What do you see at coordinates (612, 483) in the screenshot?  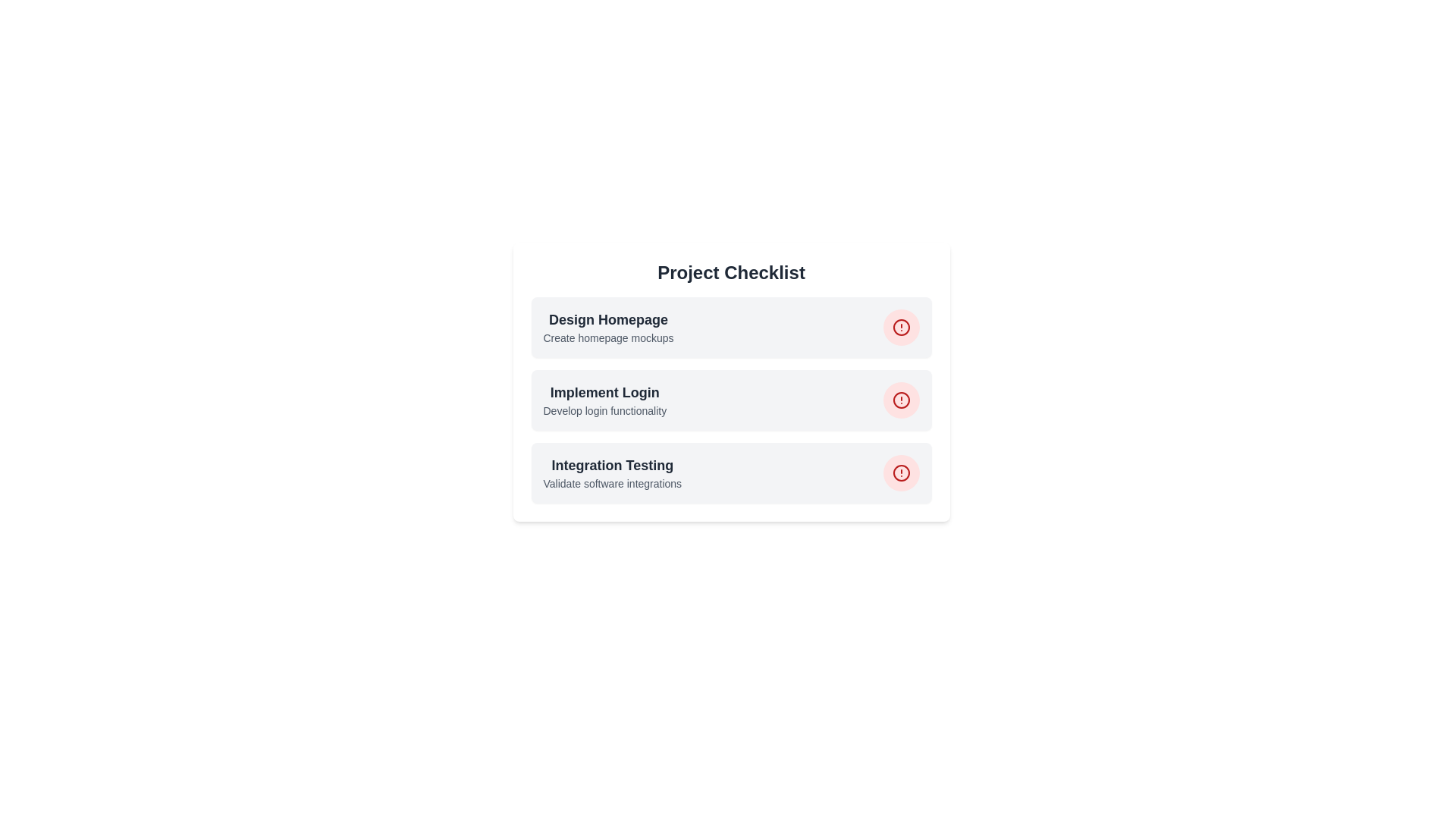 I see `the static text element displaying the message 'Validate software integrations.' located directly below the 'Integration Testing' text in the bottom row of the vertical list` at bounding box center [612, 483].